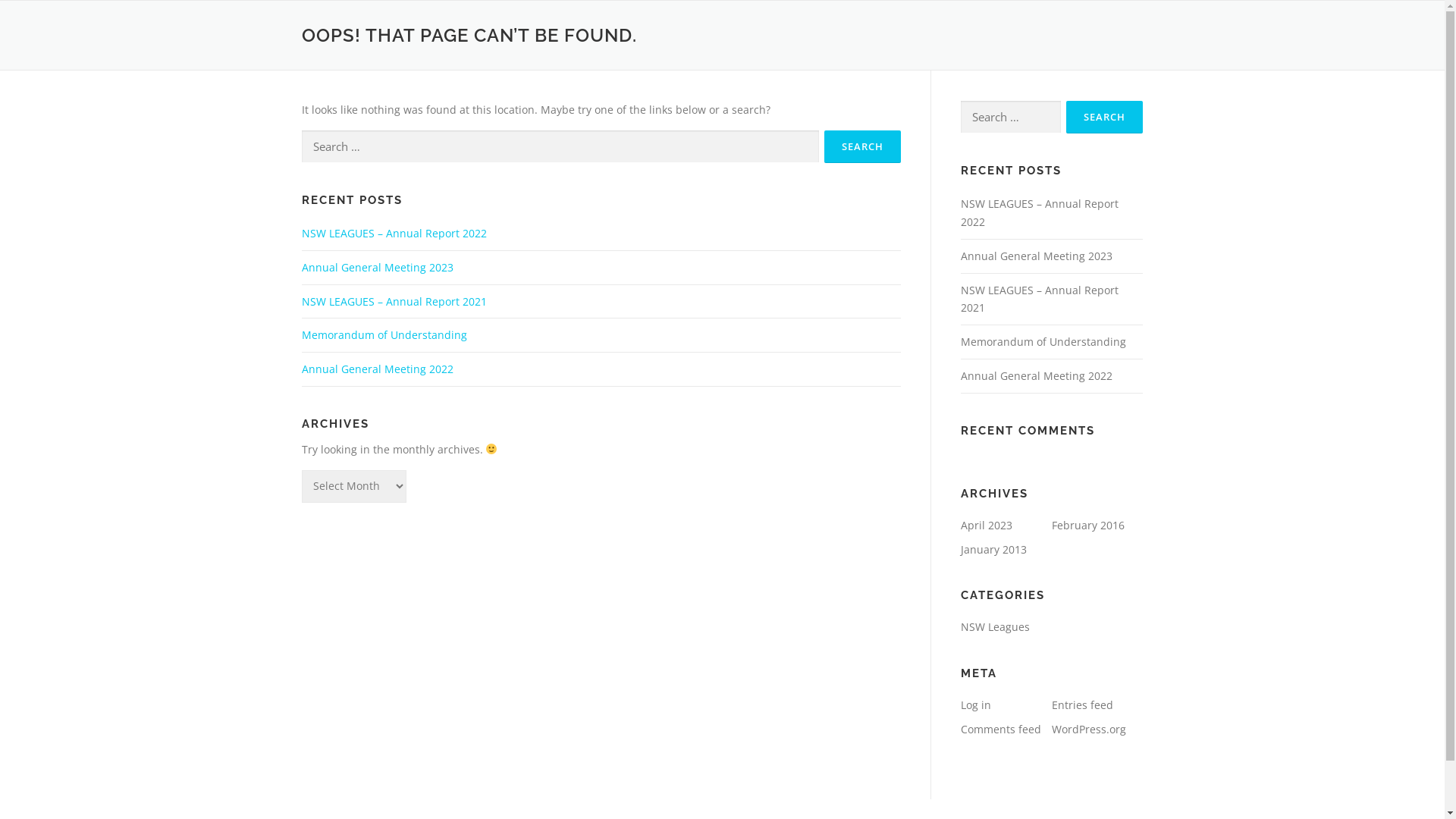 This screenshot has height=819, width=1456. Describe the element at coordinates (994, 626) in the screenshot. I see `'NSW Leagues'` at that location.